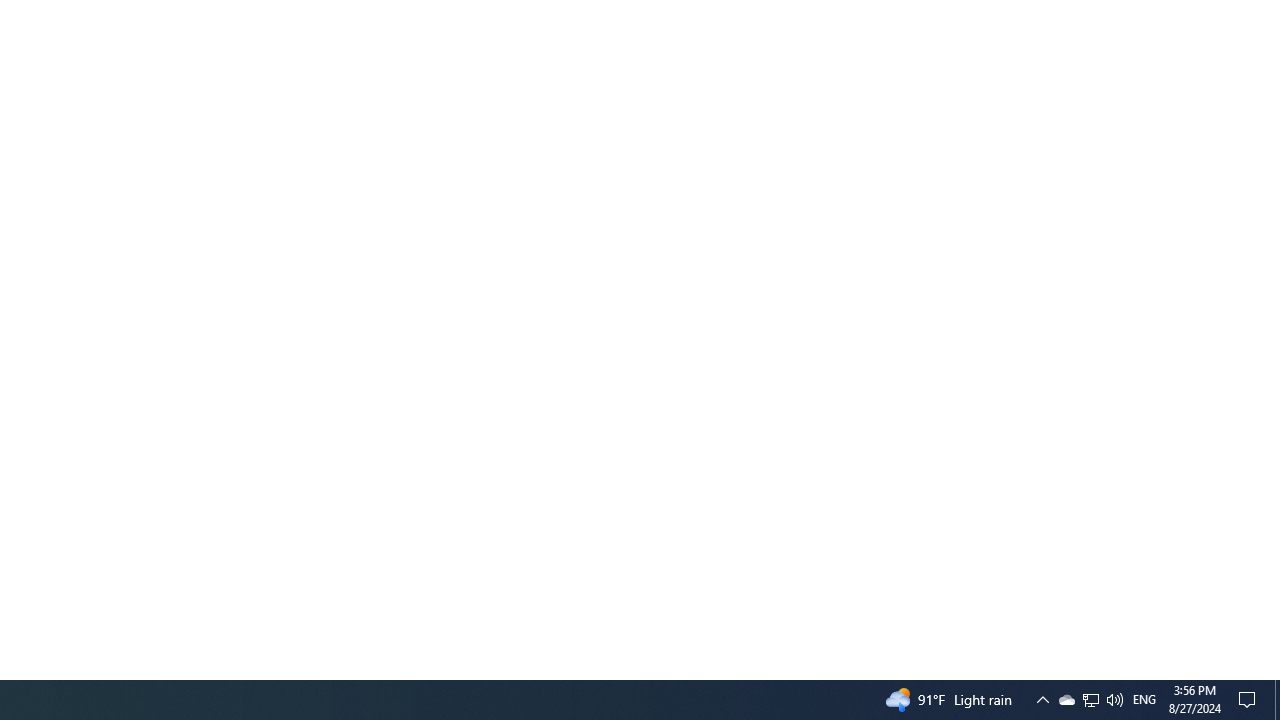 The width and height of the screenshot is (1280, 720). I want to click on 'Q2790: 100%', so click(1144, 698).